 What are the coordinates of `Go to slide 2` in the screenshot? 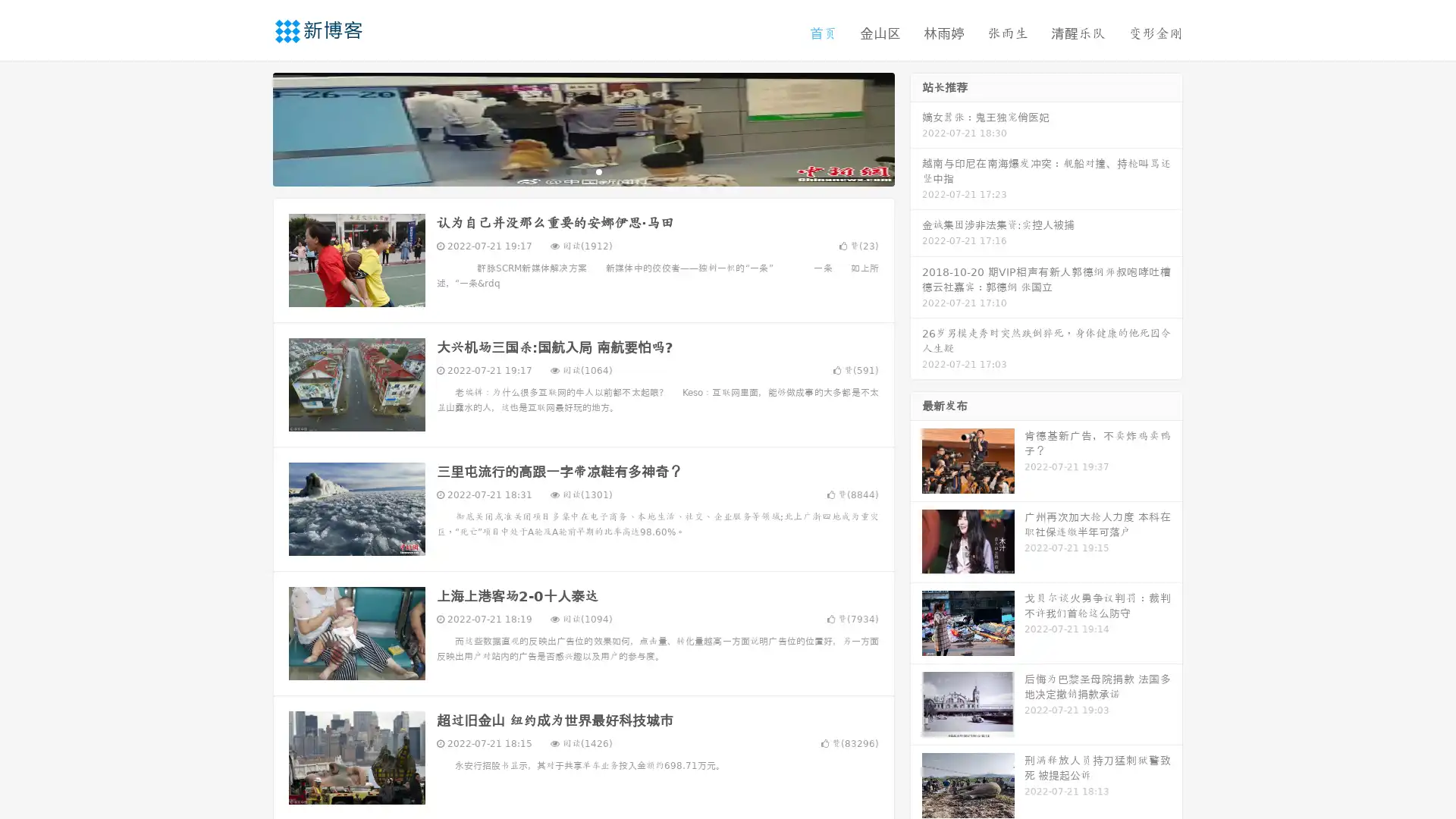 It's located at (582, 171).